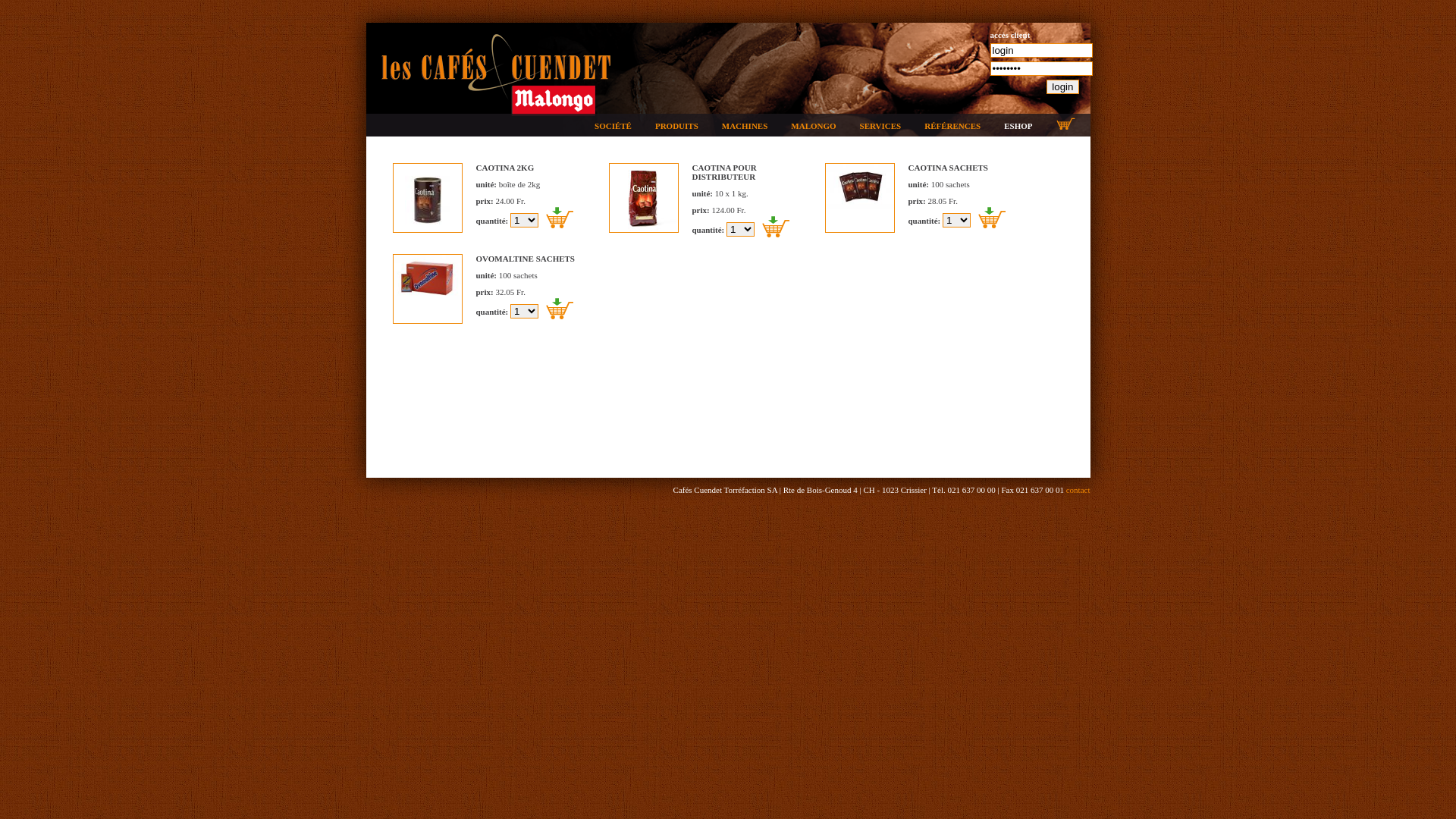 This screenshot has height=819, width=1456. What do you see at coordinates (426, 289) in the screenshot?
I see `'ovo sachets, voir +...'` at bounding box center [426, 289].